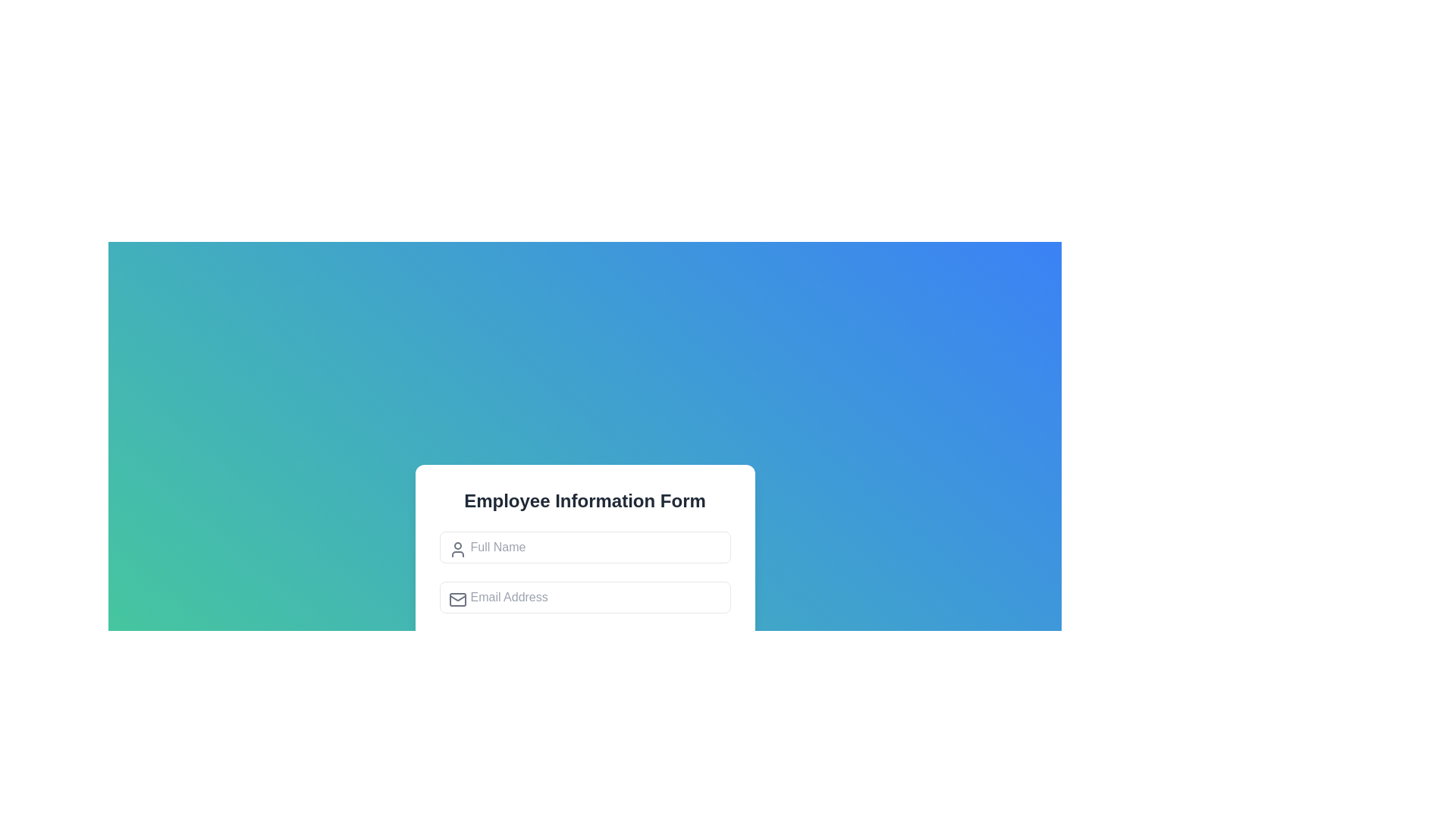 This screenshot has height=819, width=1456. What do you see at coordinates (457, 598) in the screenshot?
I see `the mail icon located above the 'Email Address' text field to indicate its purpose for email entry` at bounding box center [457, 598].